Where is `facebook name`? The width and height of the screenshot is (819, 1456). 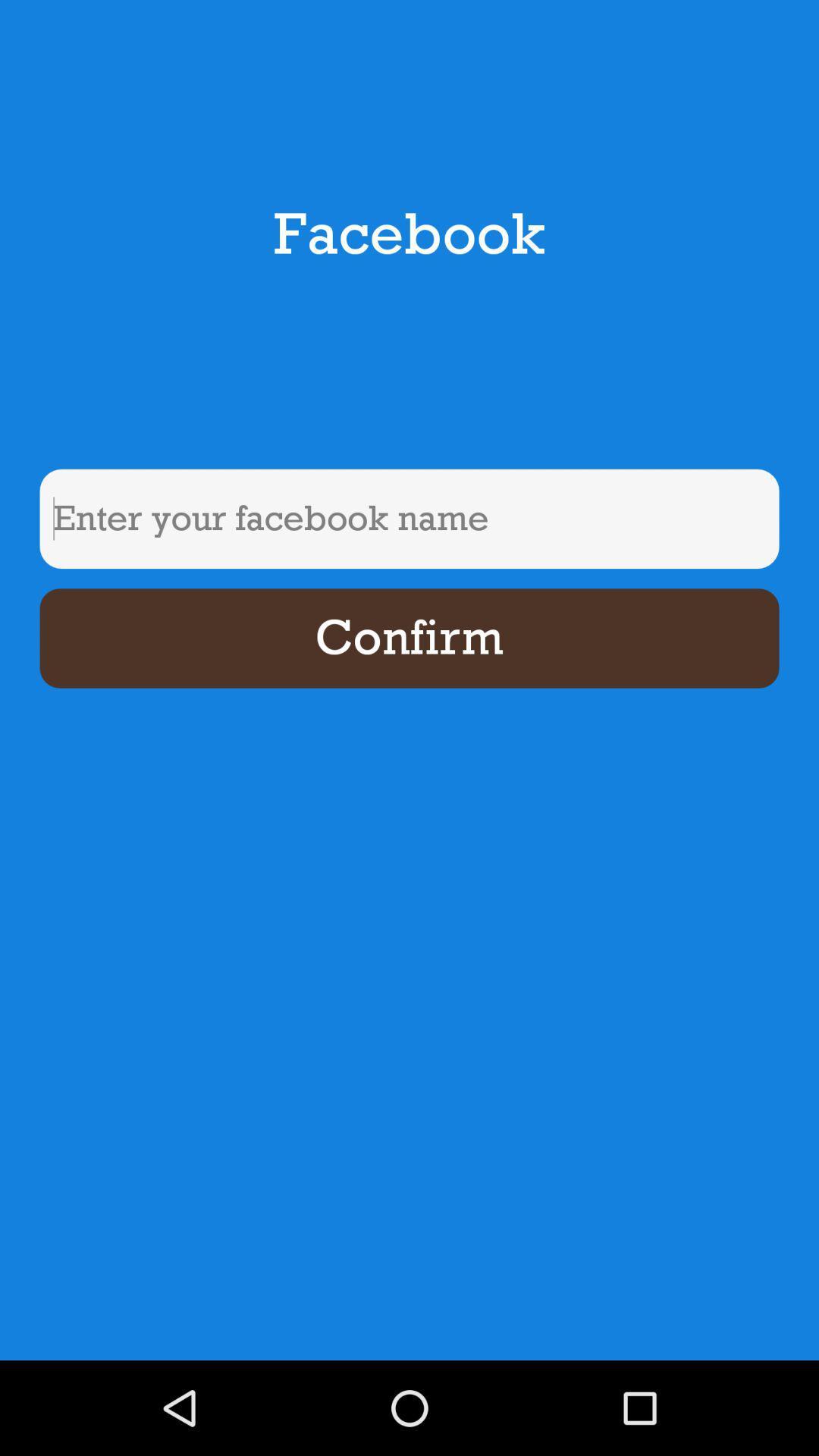
facebook name is located at coordinates (409, 519).